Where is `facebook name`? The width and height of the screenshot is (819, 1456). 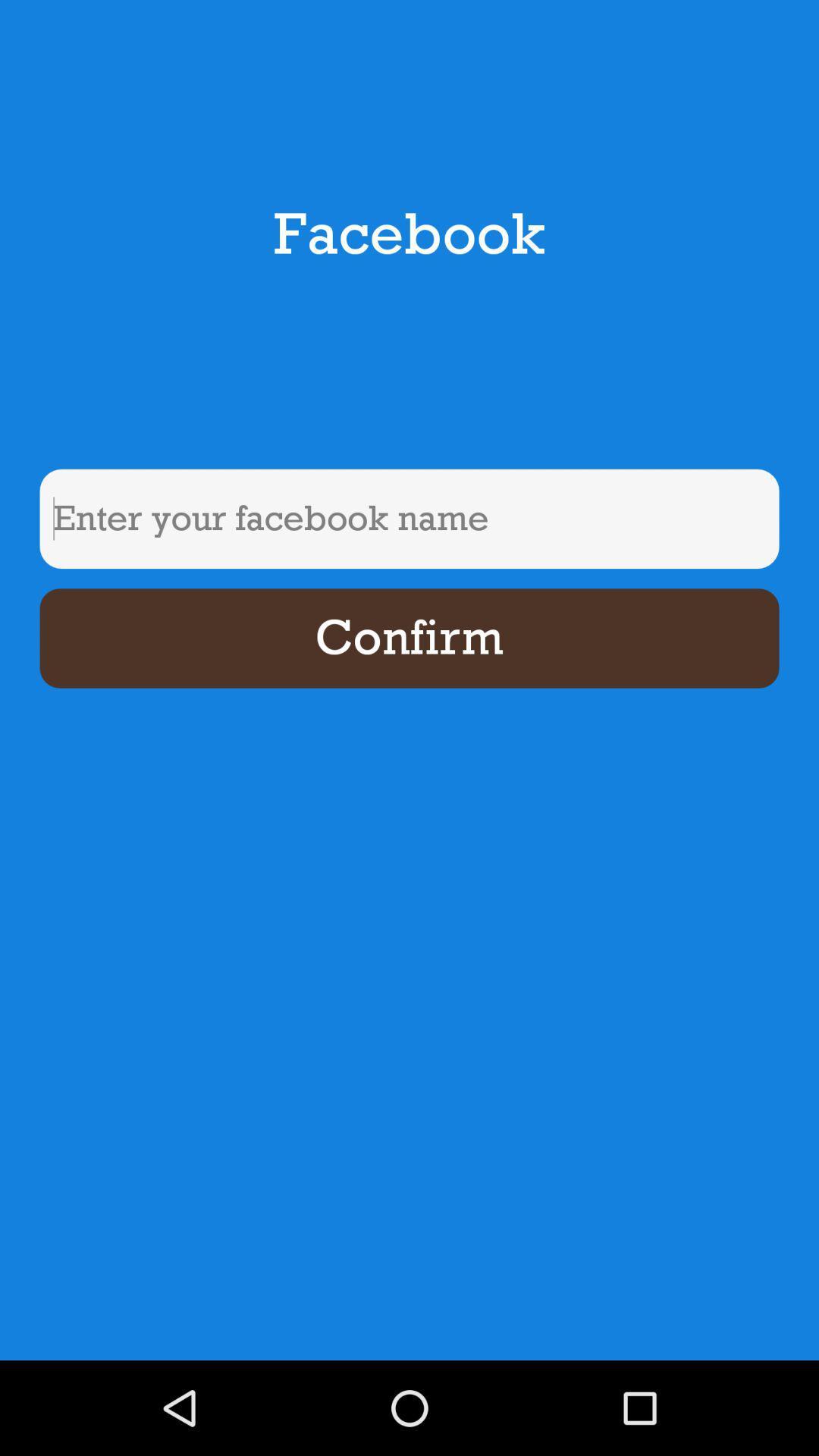
facebook name is located at coordinates (409, 519).